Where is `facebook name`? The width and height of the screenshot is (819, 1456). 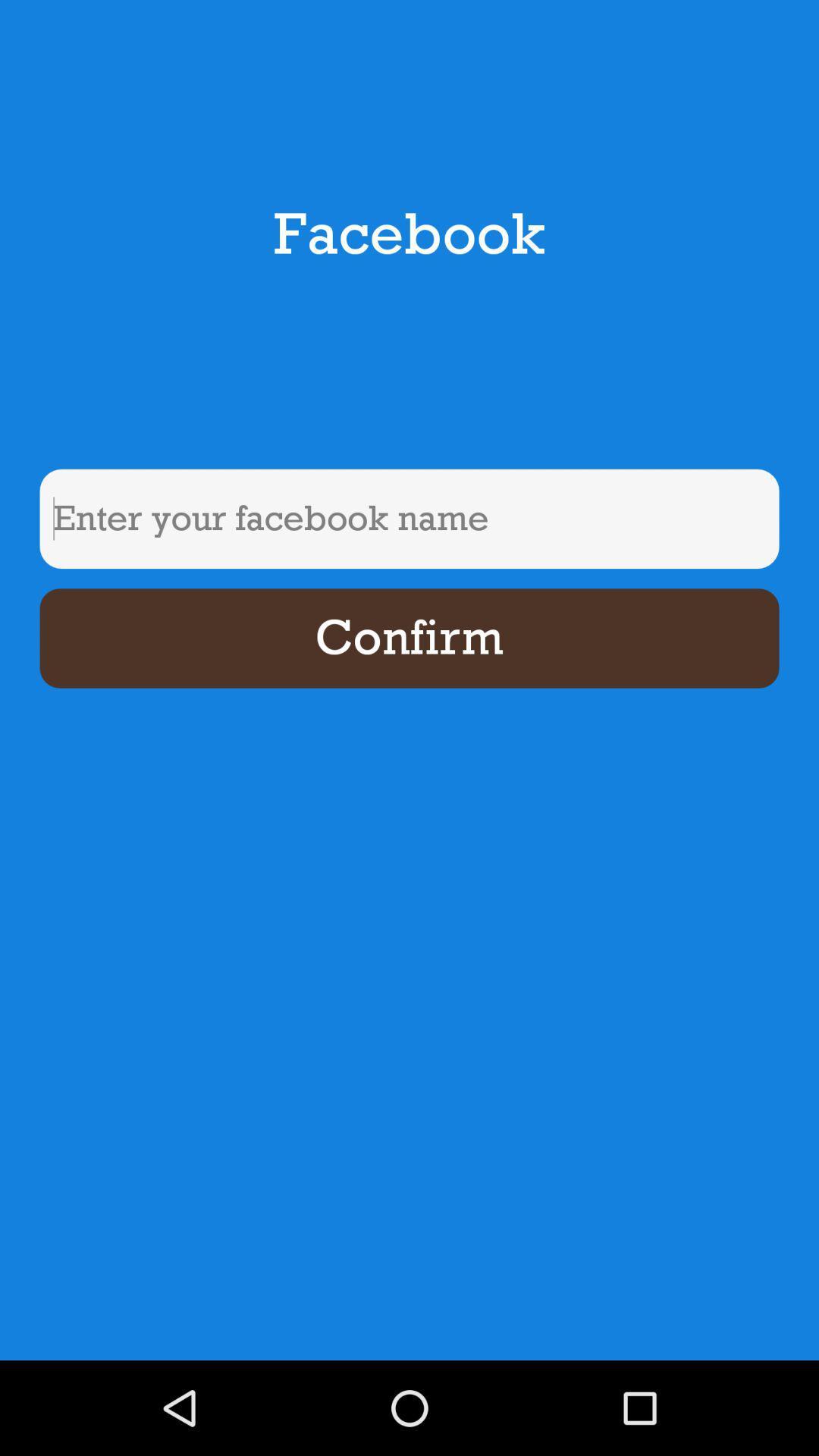
facebook name is located at coordinates (409, 519).